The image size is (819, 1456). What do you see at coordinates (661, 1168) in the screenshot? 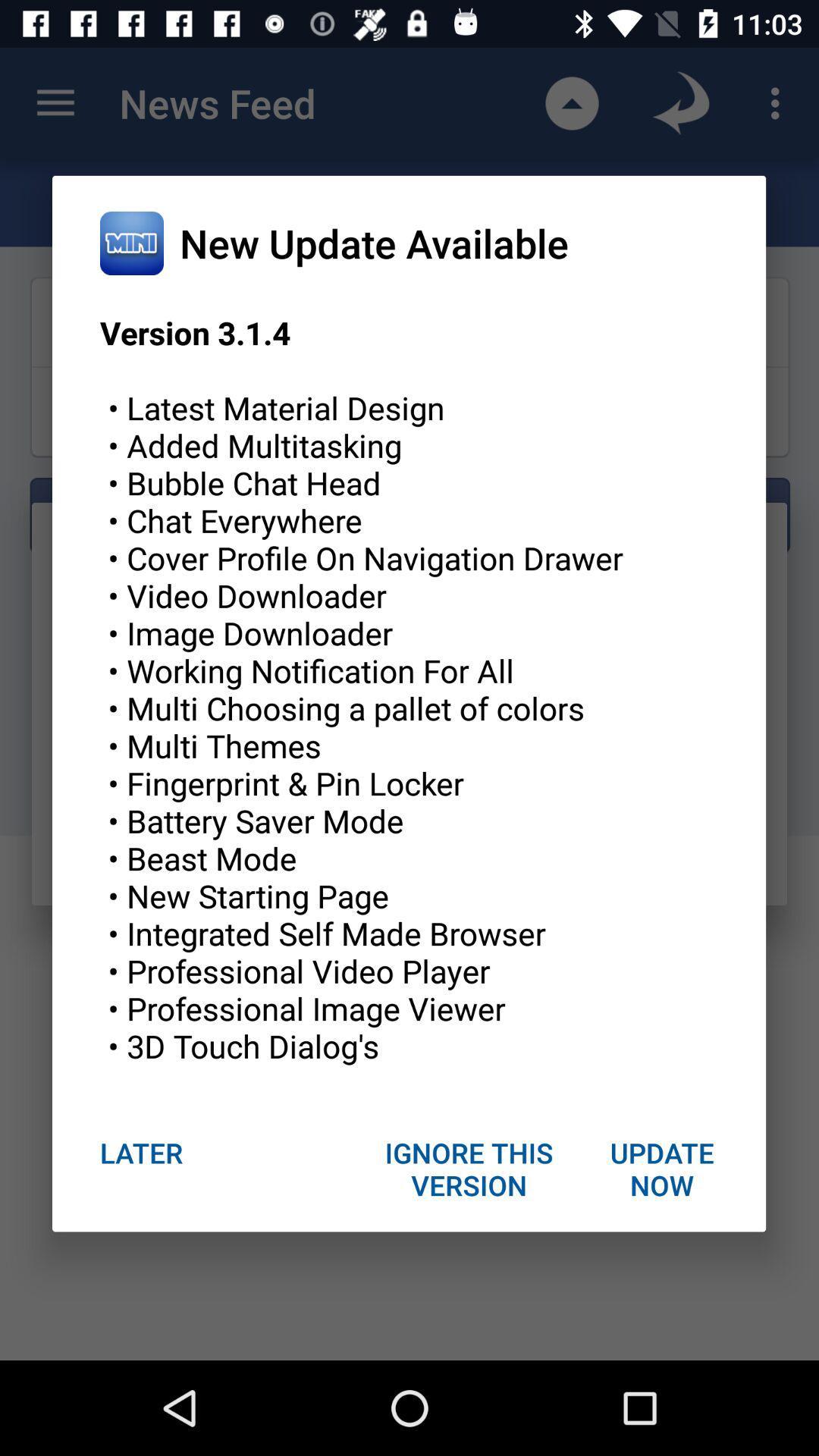
I see `item below the version 3 1 item` at bounding box center [661, 1168].